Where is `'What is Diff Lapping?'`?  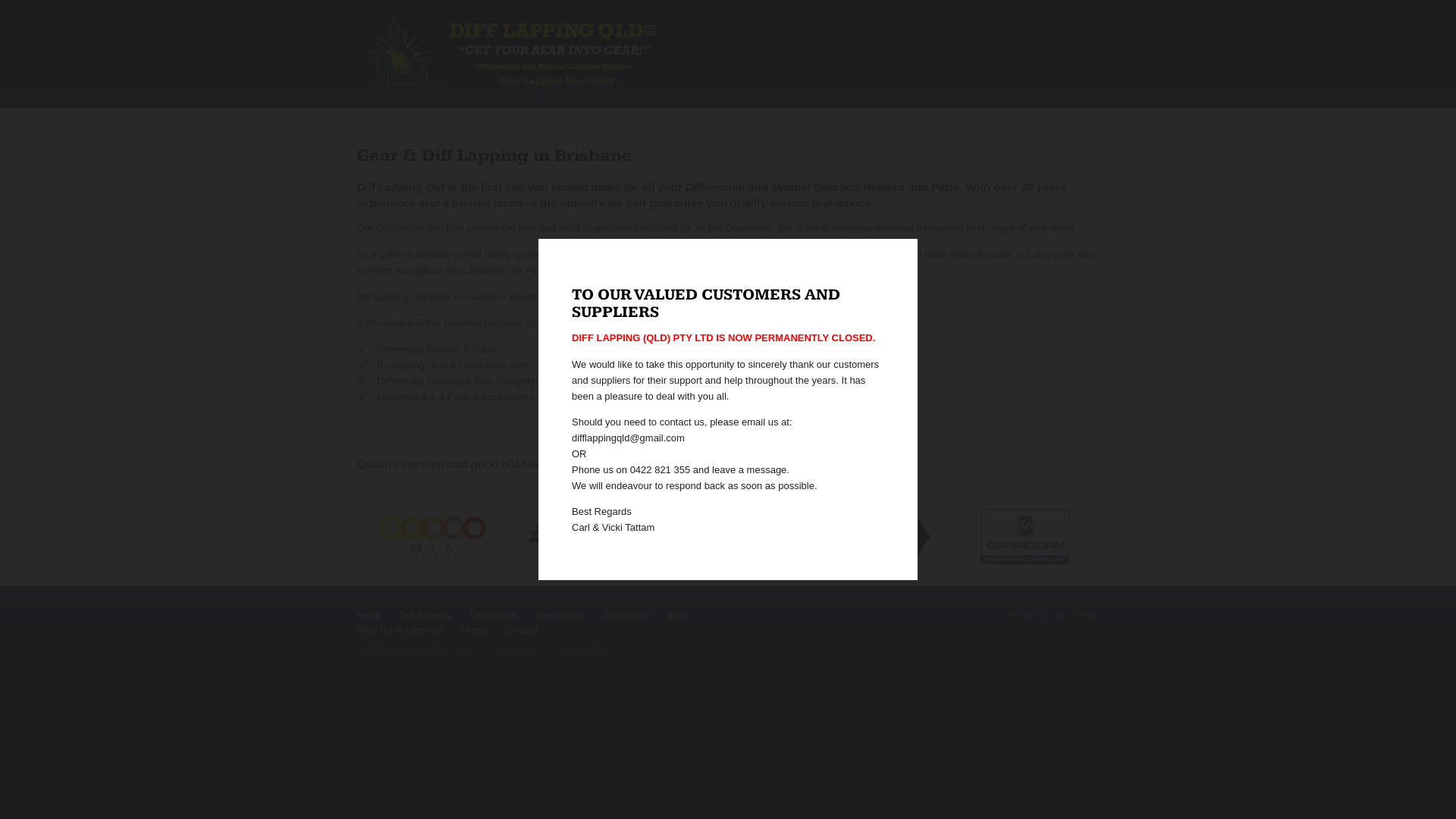
'What is Diff Lapping?' is located at coordinates (400, 630).